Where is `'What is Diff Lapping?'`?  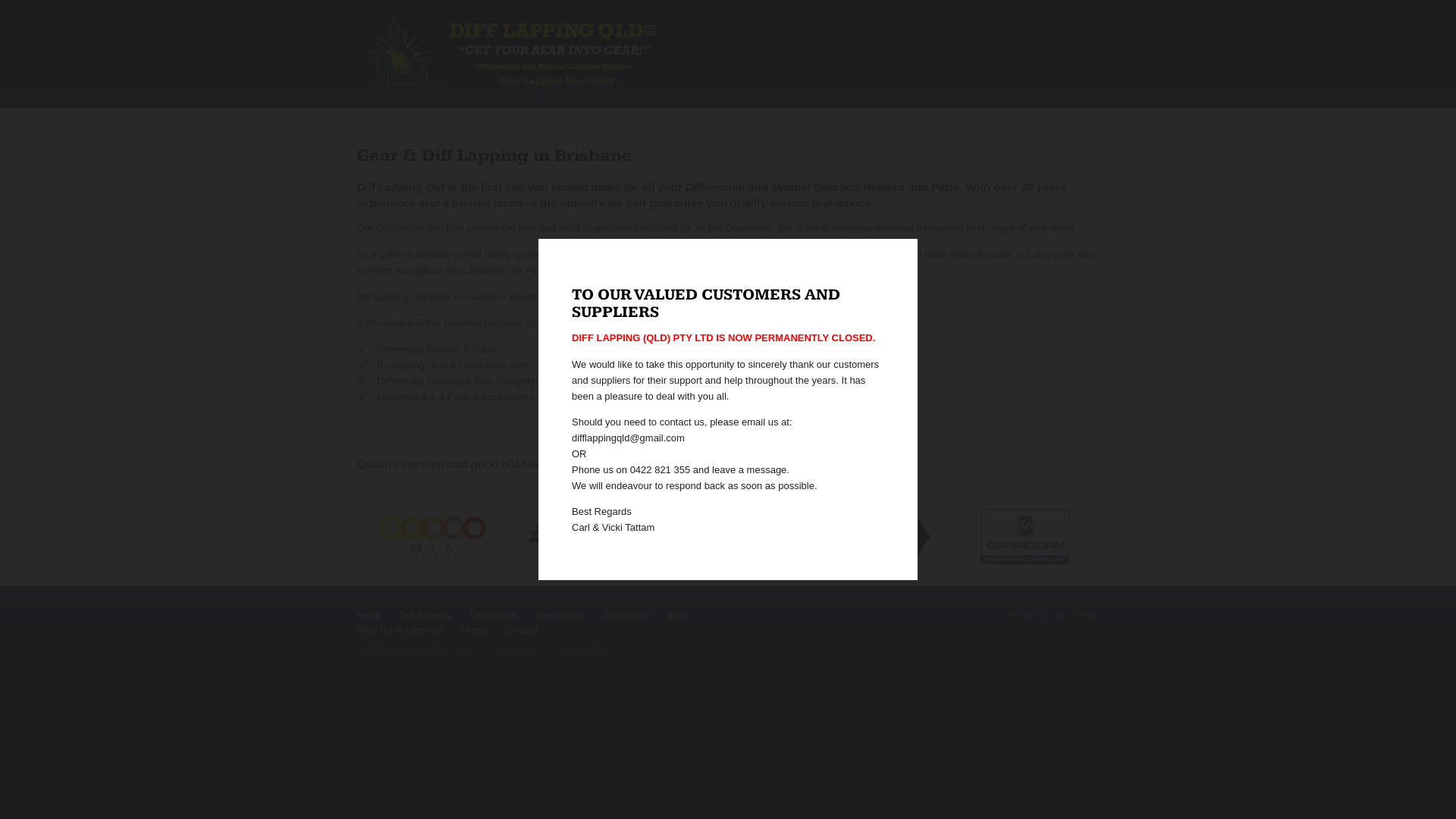
'What is Diff Lapping?' is located at coordinates (400, 630).